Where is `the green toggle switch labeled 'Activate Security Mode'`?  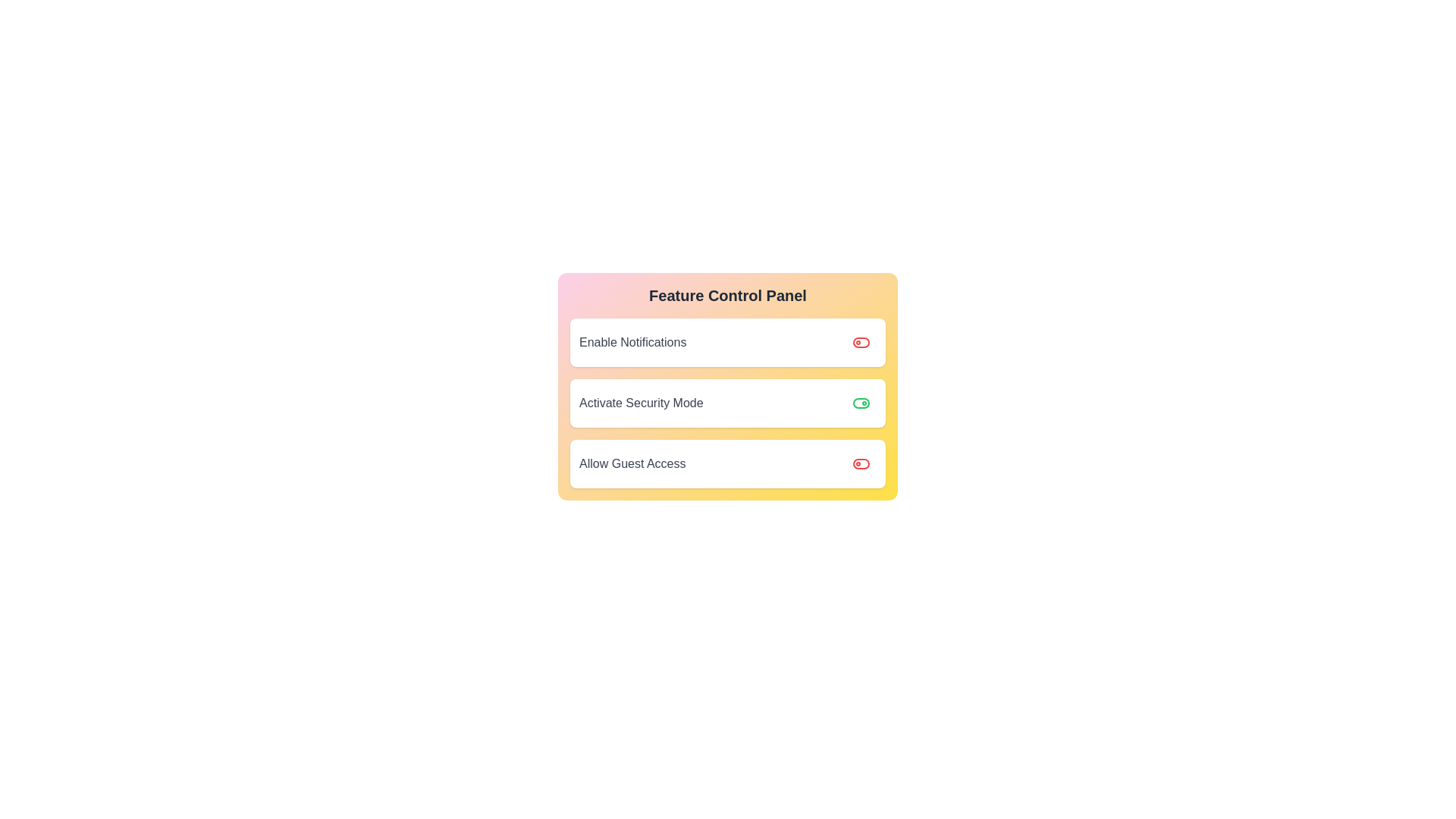
the green toggle switch labeled 'Activate Security Mode' is located at coordinates (861, 403).